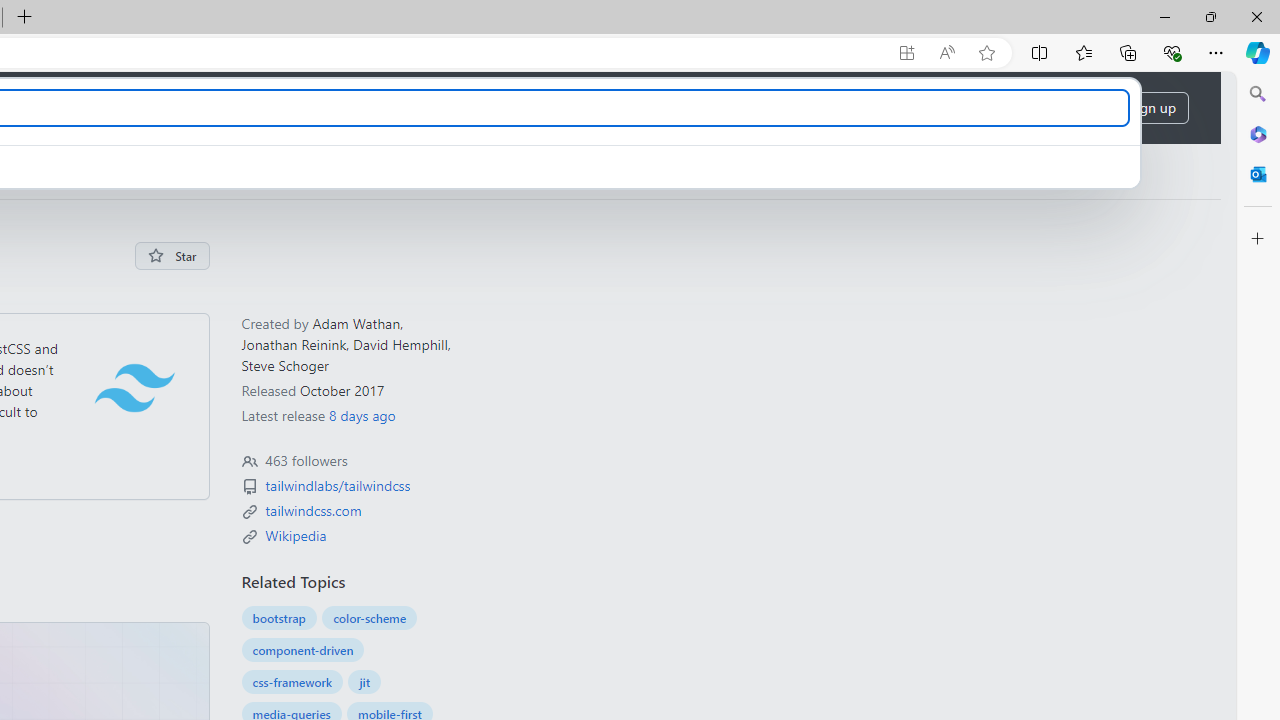  I want to click on 'tailwindcss.com', so click(312, 509).